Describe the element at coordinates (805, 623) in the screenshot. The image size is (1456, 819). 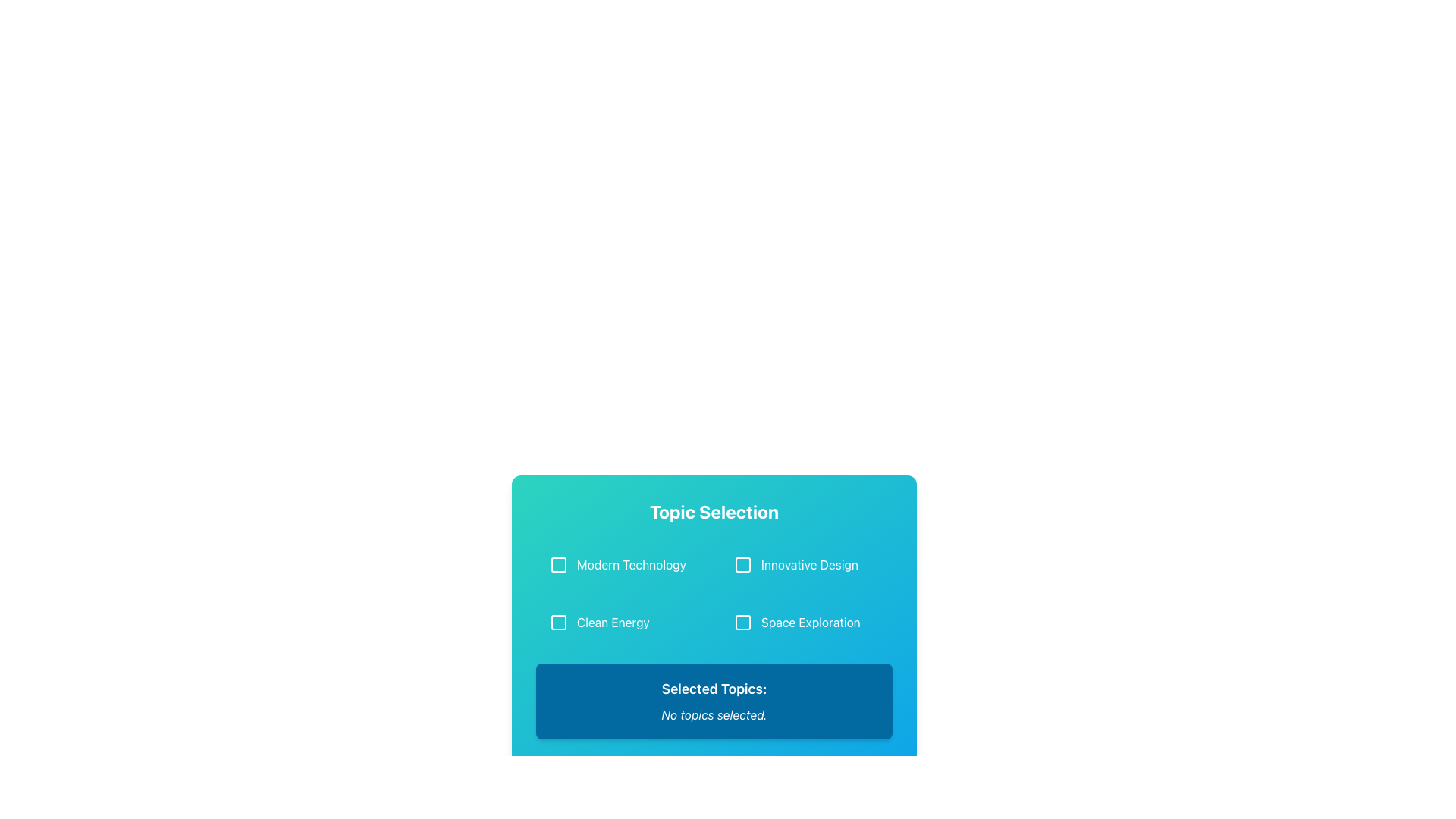
I see `the 'Space Exploration' checkbox option located in the second row, right column of a 2x2 grid of selectable topics` at that location.